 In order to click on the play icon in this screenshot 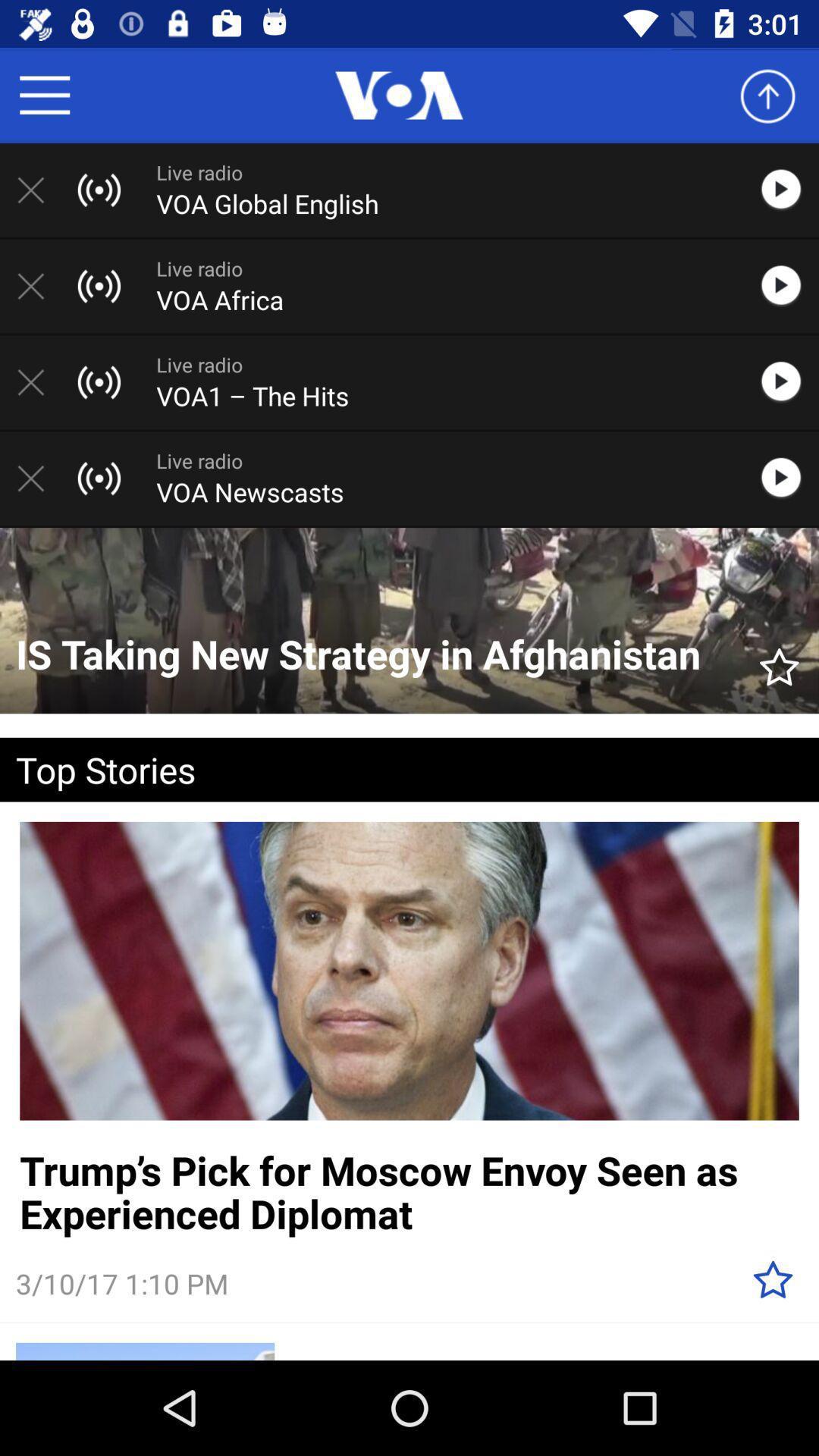, I will do `click(788, 382)`.